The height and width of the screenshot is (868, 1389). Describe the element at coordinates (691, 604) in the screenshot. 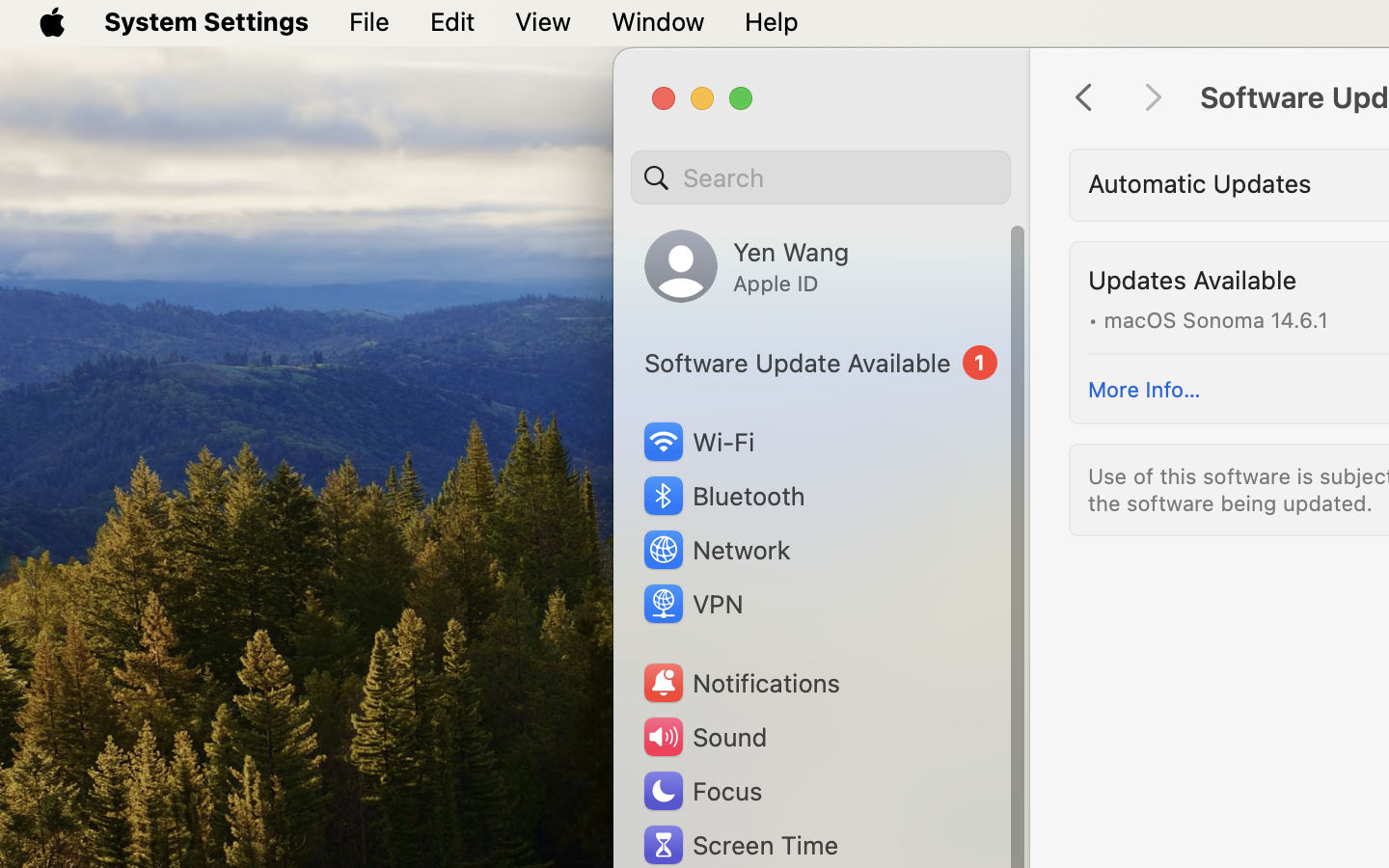

I see `'VPN'` at that location.